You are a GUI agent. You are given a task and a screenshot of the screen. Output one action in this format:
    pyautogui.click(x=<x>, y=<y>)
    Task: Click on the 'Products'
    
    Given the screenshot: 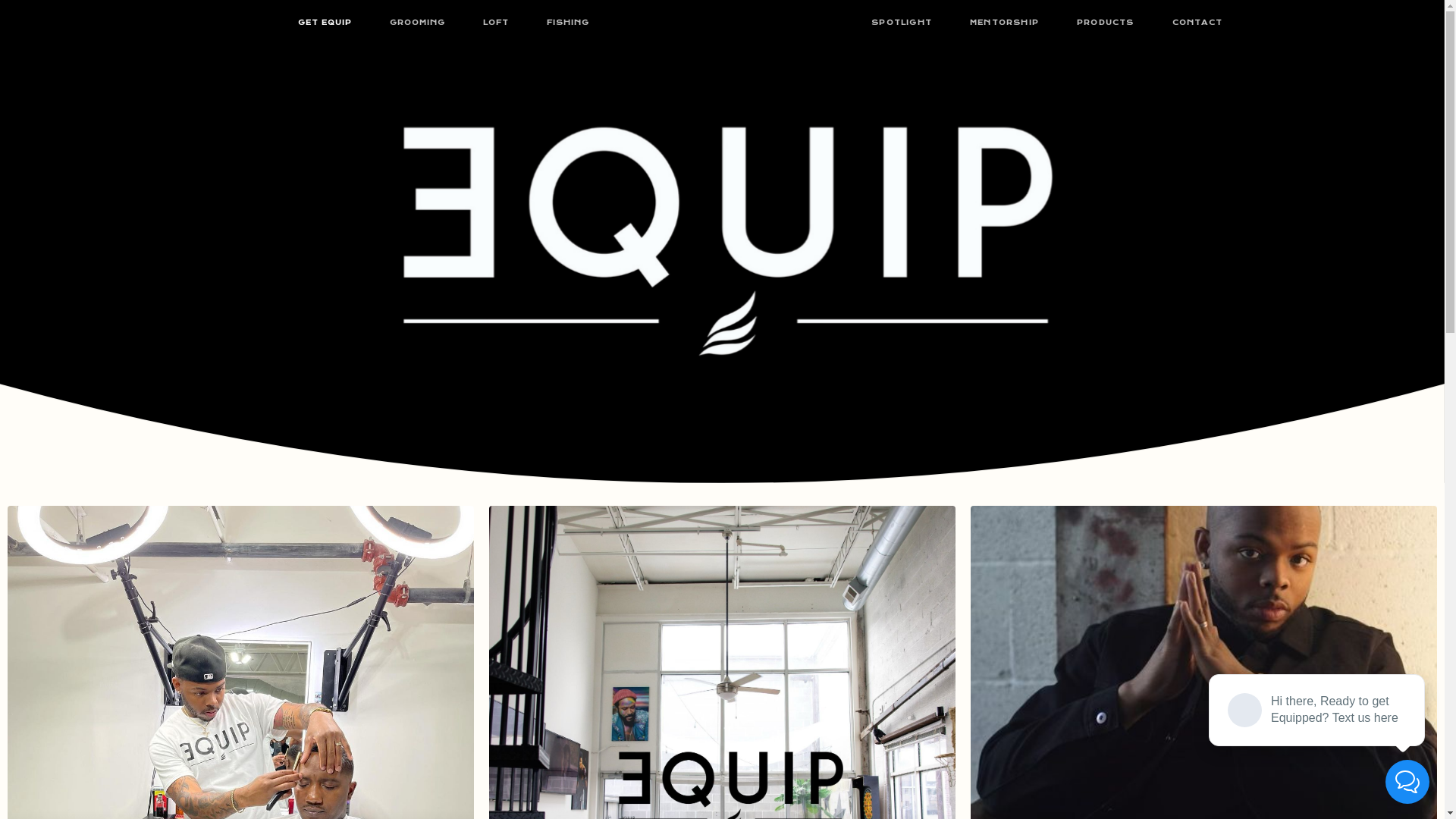 What is the action you would take?
    pyautogui.click(x=904, y=503)
    